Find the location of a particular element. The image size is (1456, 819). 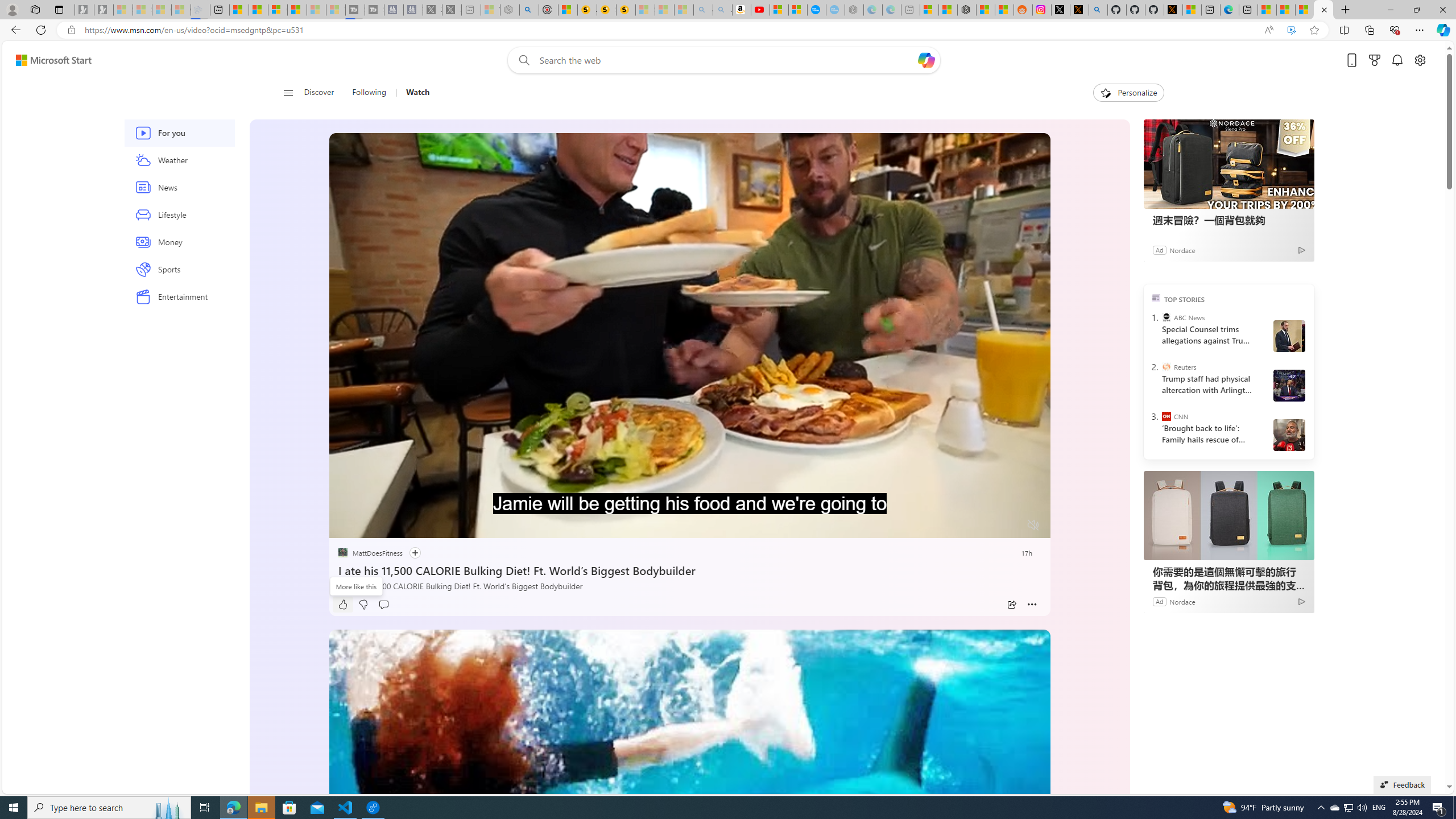

'amazon - Search - Sleeping' is located at coordinates (702, 9).